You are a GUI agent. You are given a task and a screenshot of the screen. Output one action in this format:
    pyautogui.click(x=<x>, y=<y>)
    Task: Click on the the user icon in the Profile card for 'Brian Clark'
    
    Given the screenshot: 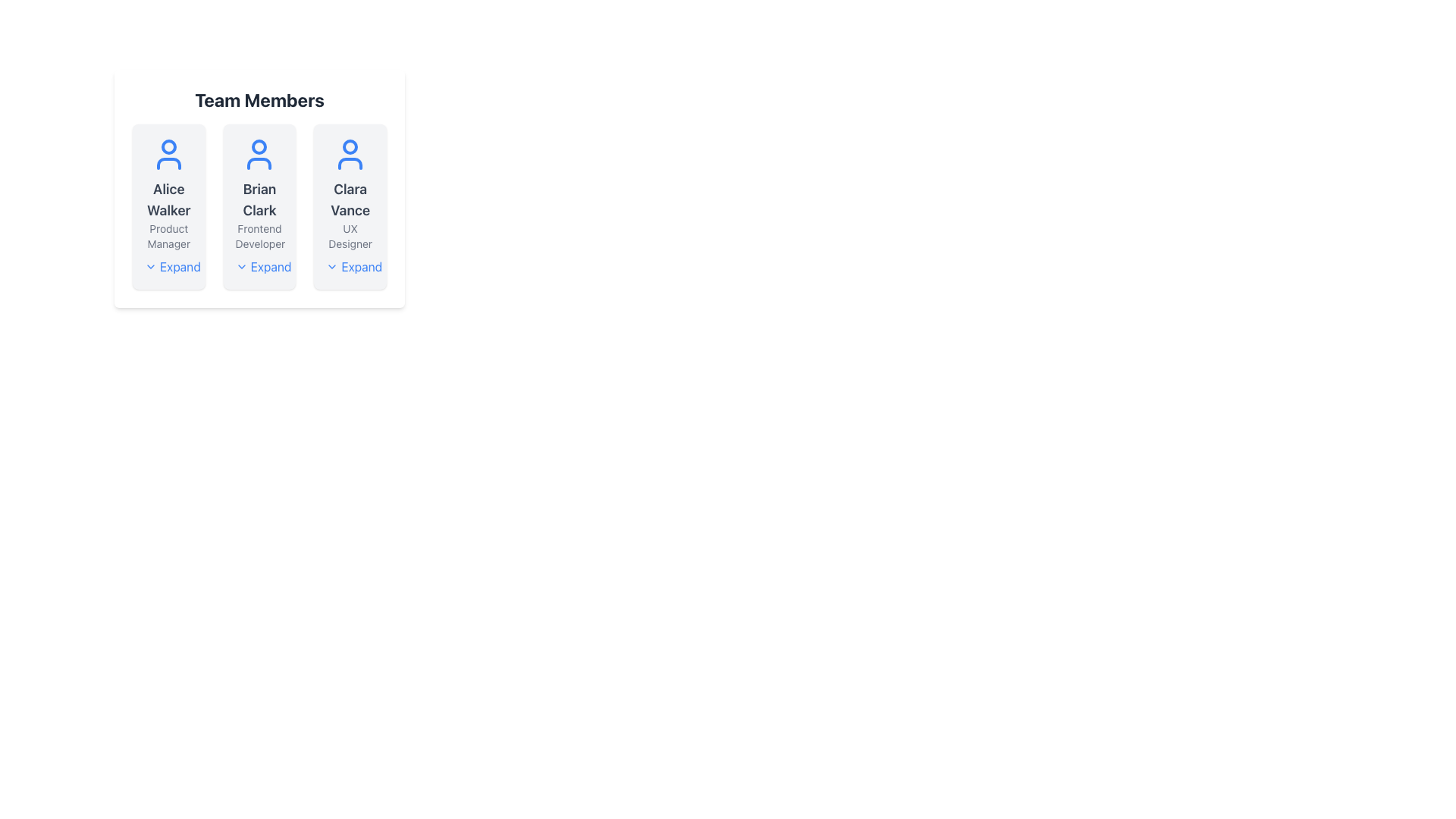 What is the action you would take?
    pyautogui.click(x=259, y=207)
    